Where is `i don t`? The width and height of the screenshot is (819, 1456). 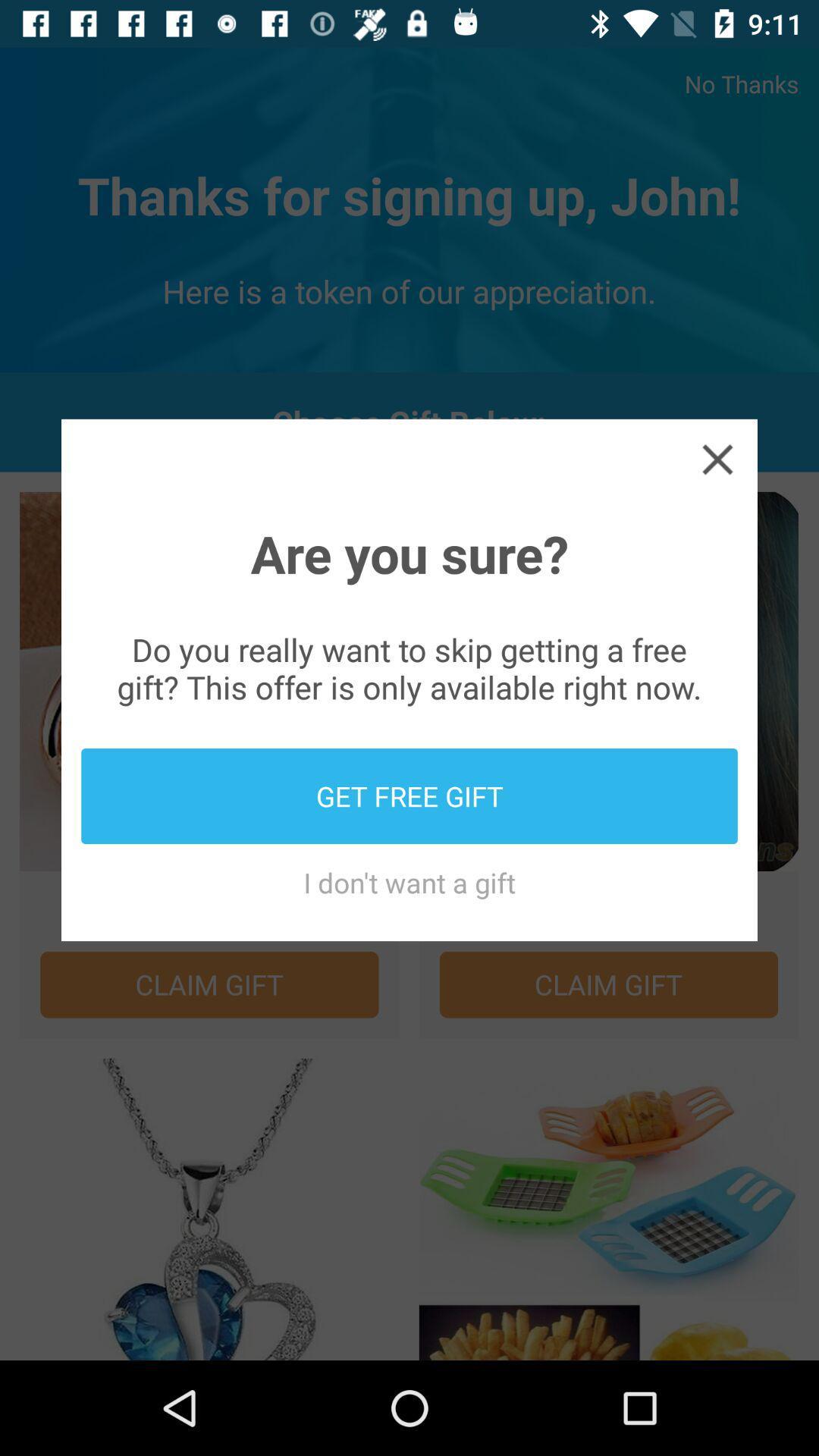
i don t is located at coordinates (409, 882).